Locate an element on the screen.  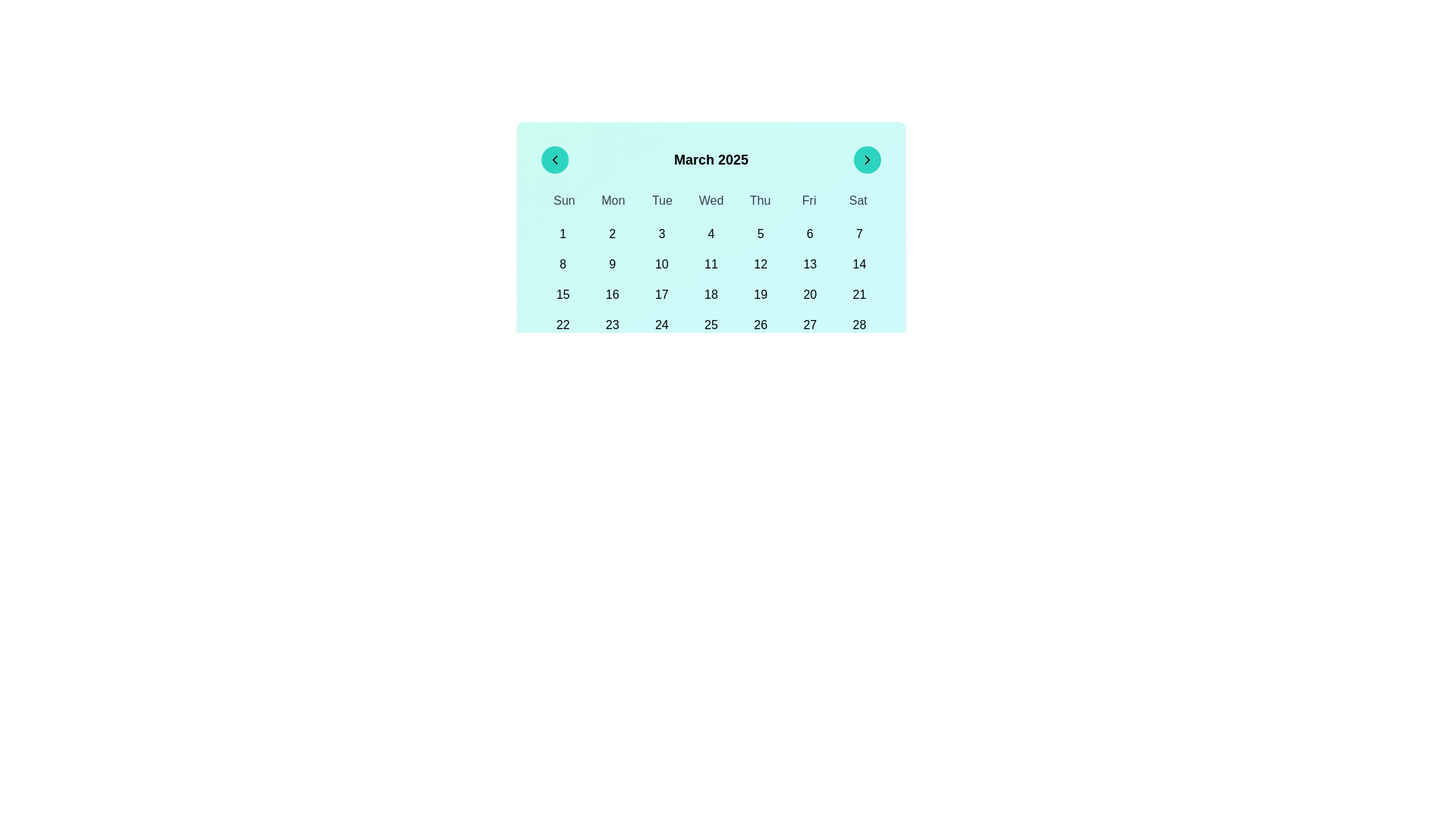
the small, rounded, light blue button labeled '7' in the calendar grid under the 'Sat' column is located at coordinates (859, 234).